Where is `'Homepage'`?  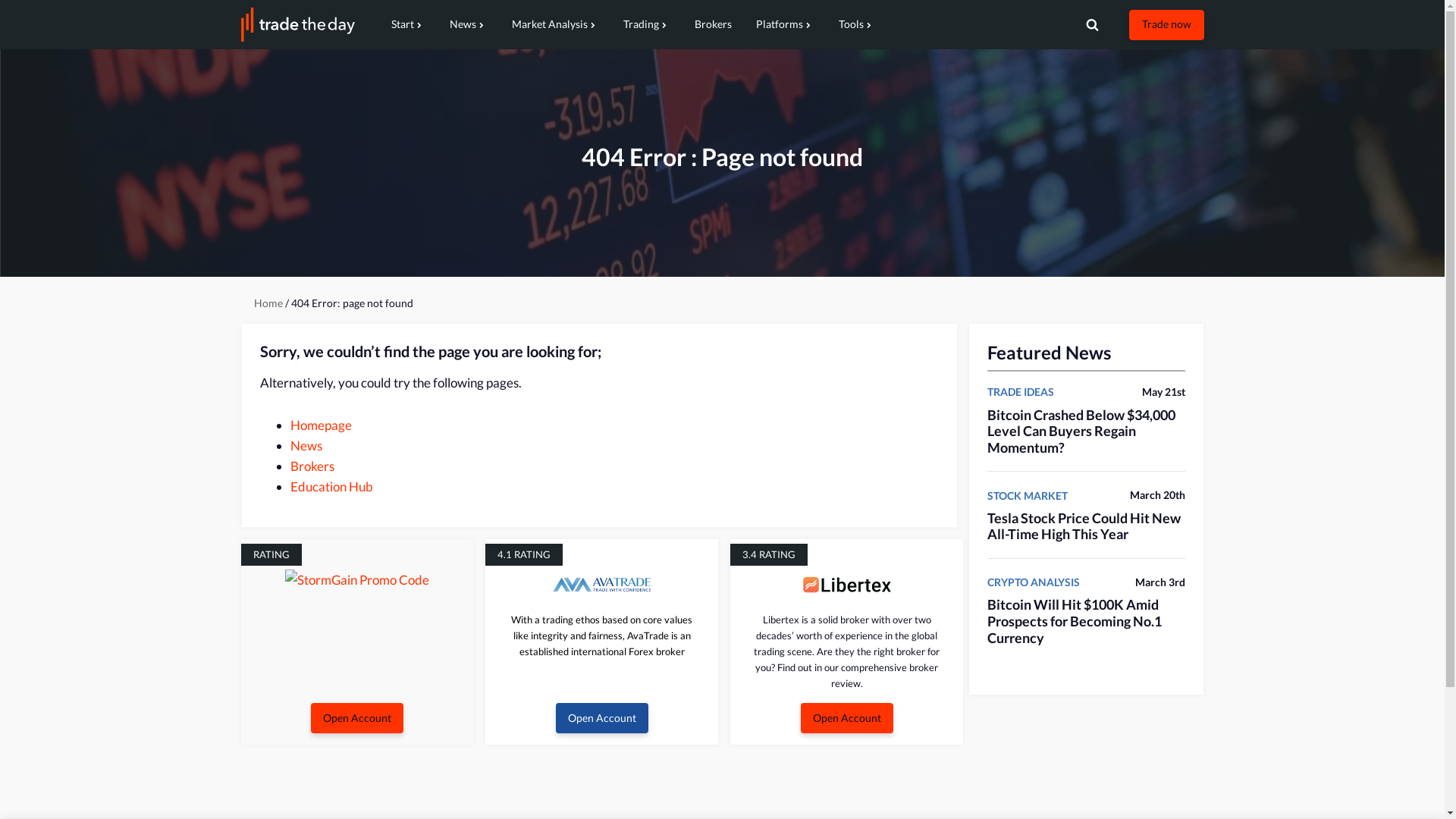 'Homepage' is located at coordinates (319, 425).